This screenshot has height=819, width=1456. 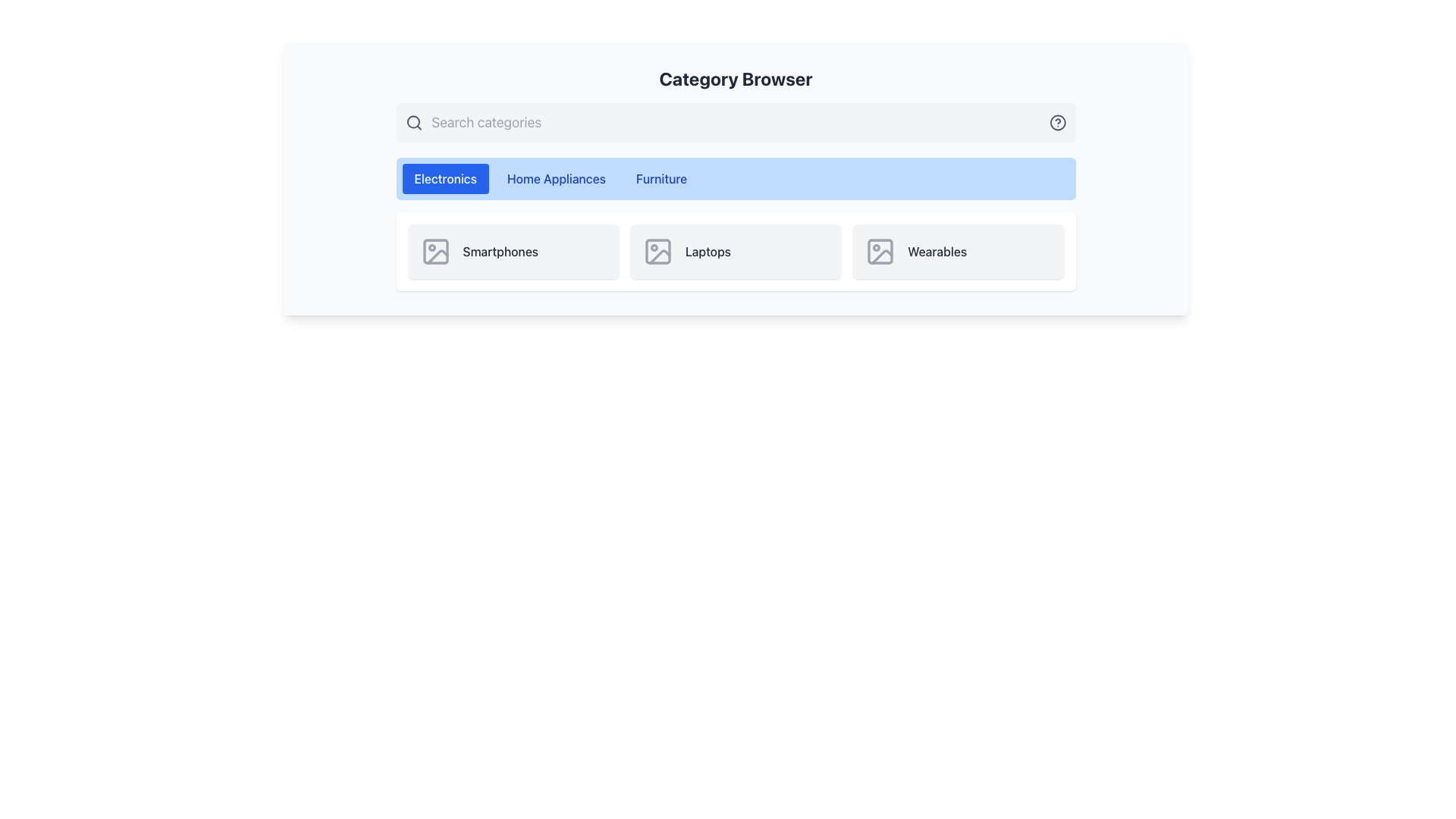 What do you see at coordinates (413, 122) in the screenshot?
I see `the search icon located at the leftmost side of the header section, adjacent to the 'Search categories' input field` at bounding box center [413, 122].